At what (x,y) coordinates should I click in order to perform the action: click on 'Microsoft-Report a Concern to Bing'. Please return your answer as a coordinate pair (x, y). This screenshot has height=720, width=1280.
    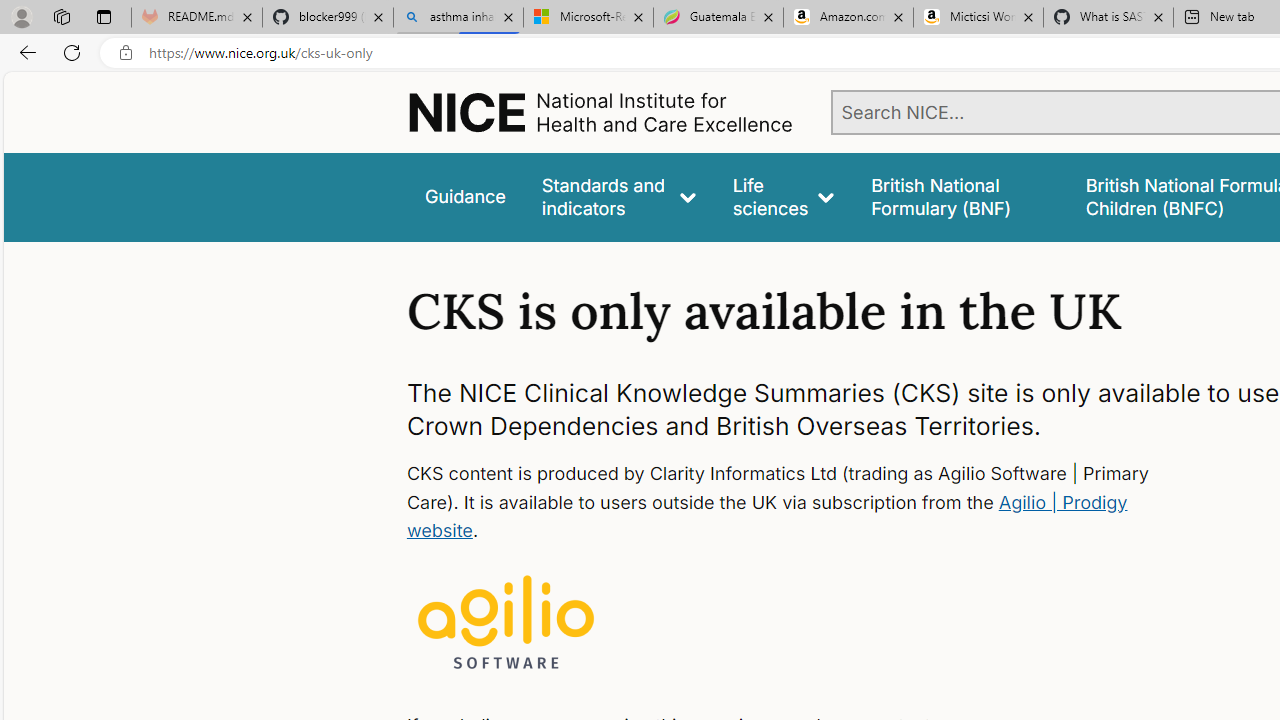
    Looking at the image, I should click on (587, 17).